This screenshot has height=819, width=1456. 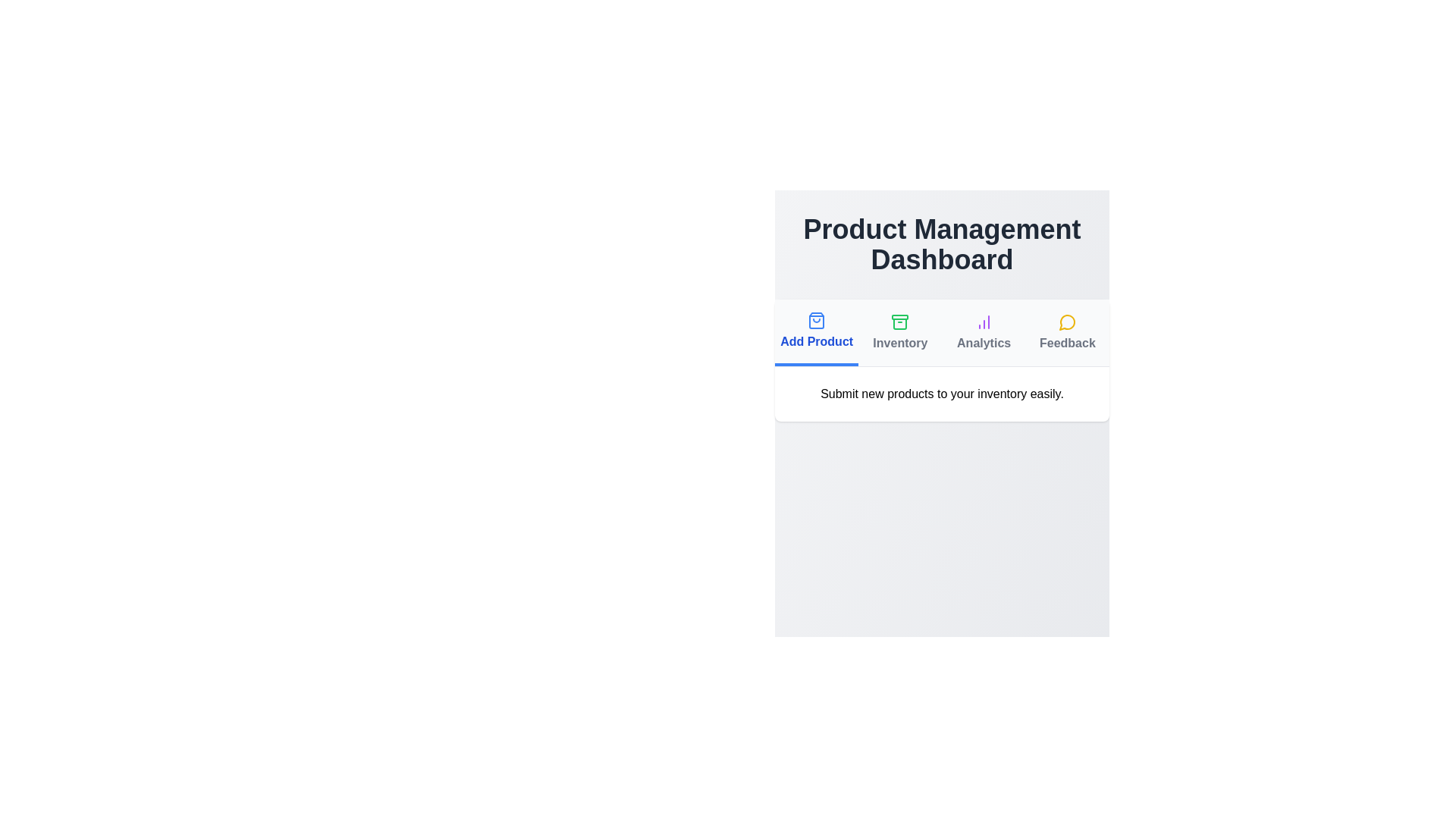 What do you see at coordinates (941, 244) in the screenshot?
I see `the text header 'Product Management Dashboard' which is bold and prominently styled, located at the top center of the interface` at bounding box center [941, 244].